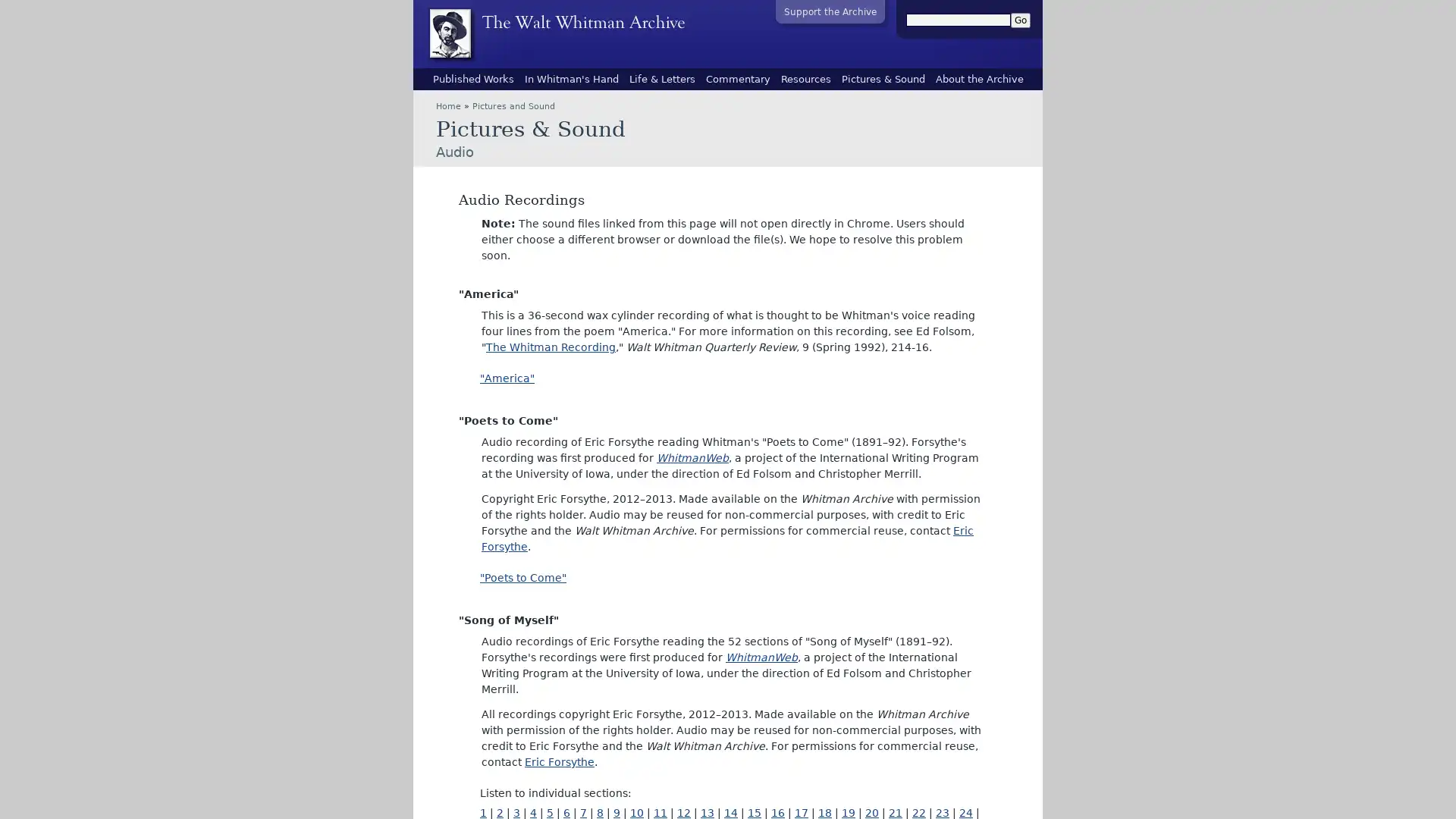 The width and height of the screenshot is (1456, 819). What do you see at coordinates (1020, 20) in the screenshot?
I see `Go` at bounding box center [1020, 20].